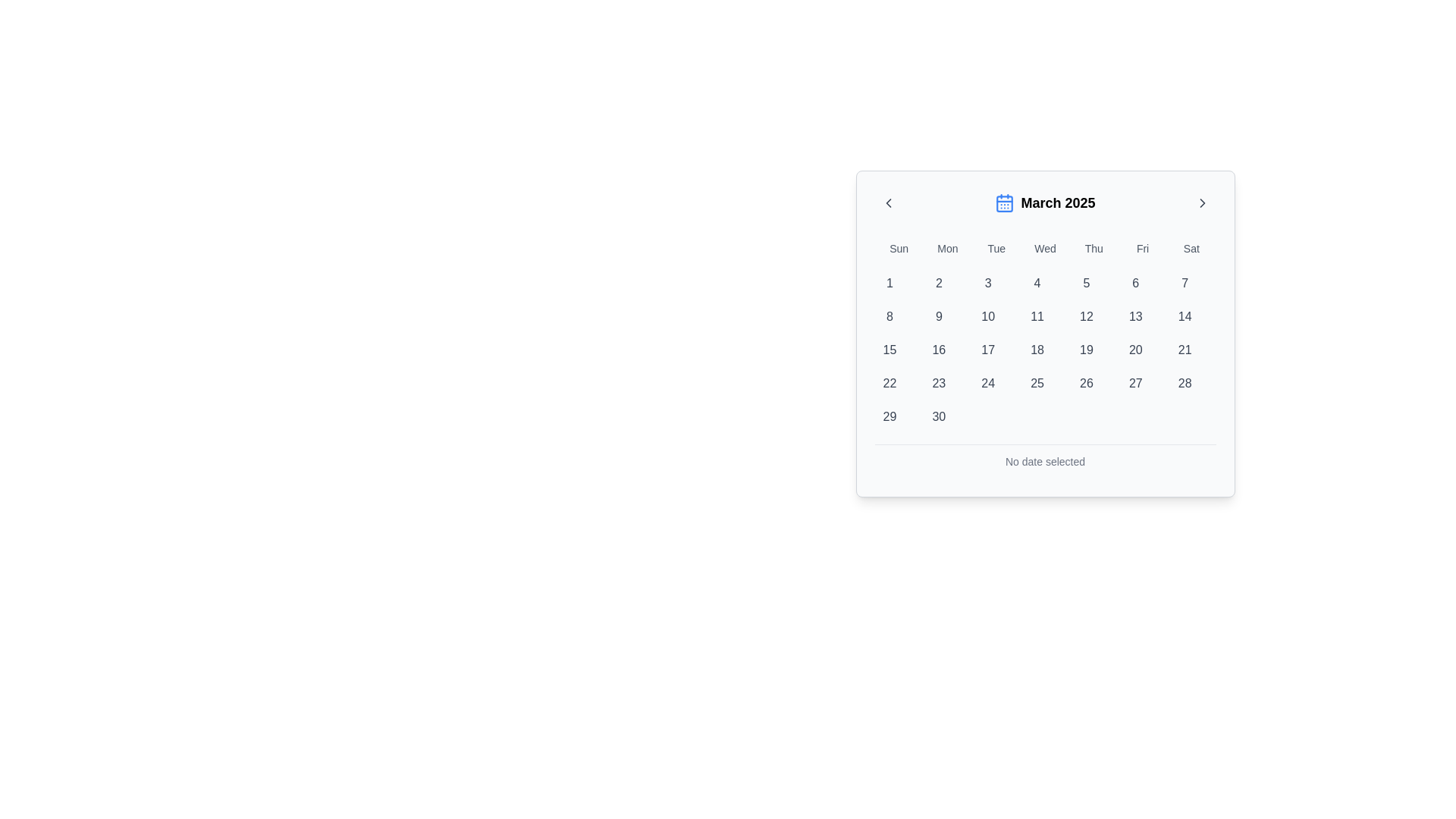 Image resolution: width=1456 pixels, height=819 pixels. I want to click on the circular calendar button displaying '28' to observe the background highlight effect, so click(1184, 382).